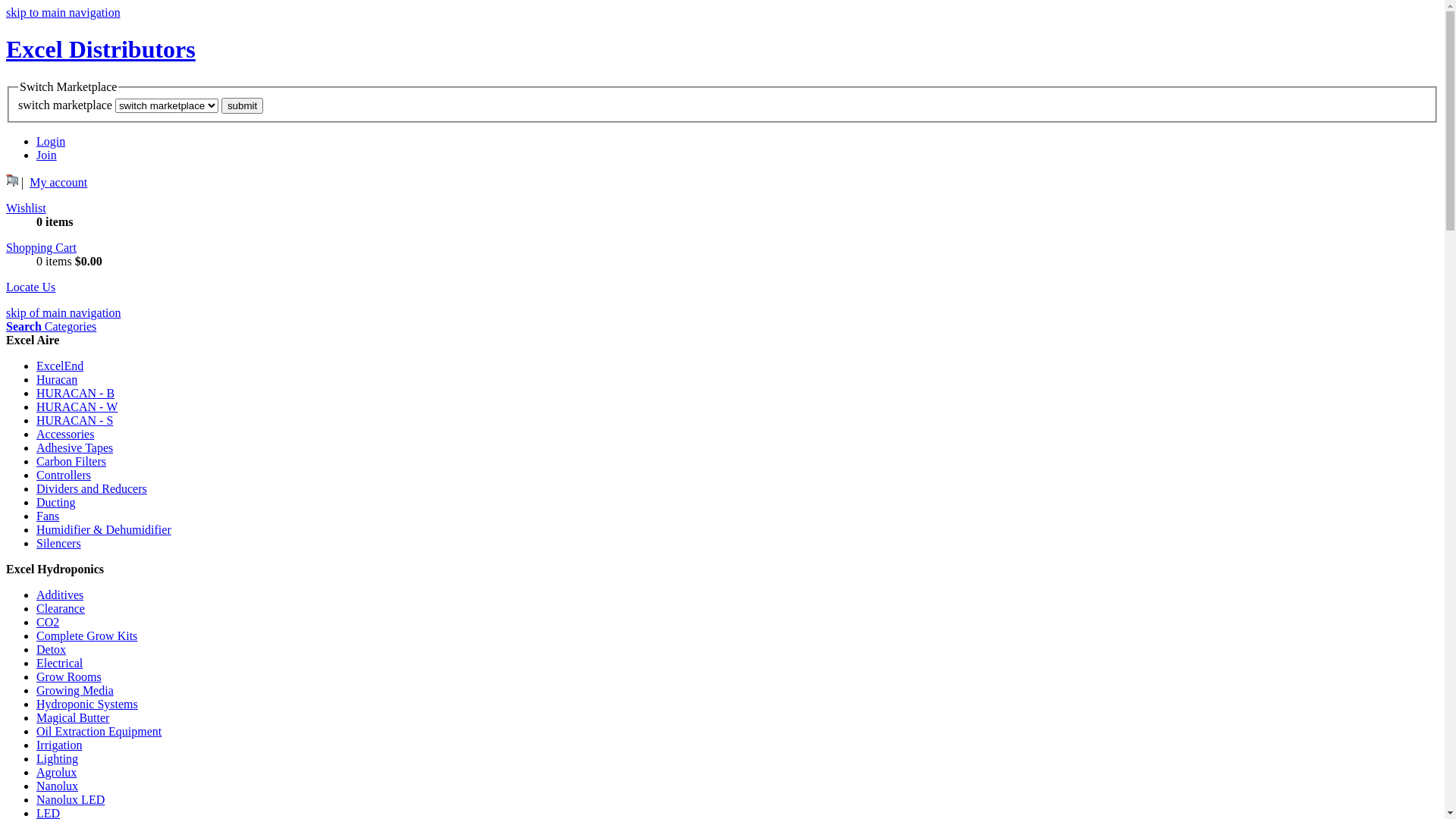 This screenshot has width=1456, height=819. What do you see at coordinates (98, 730) in the screenshot?
I see `'Oil Extraction Equipment'` at bounding box center [98, 730].